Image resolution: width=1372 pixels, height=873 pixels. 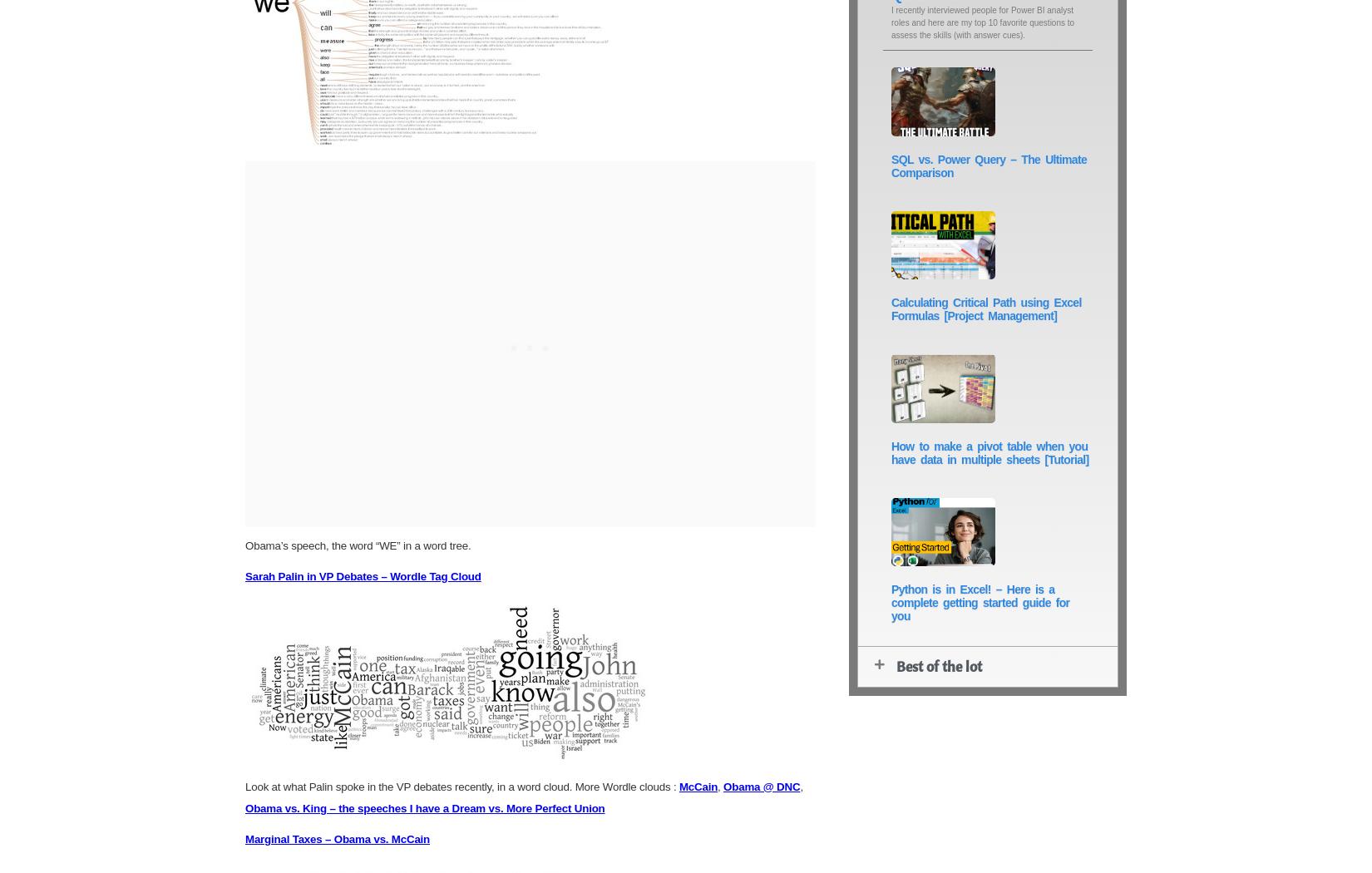 What do you see at coordinates (891, 602) in the screenshot?
I see `'Python is in Excel! – Here is a complete getting started guide for you'` at bounding box center [891, 602].